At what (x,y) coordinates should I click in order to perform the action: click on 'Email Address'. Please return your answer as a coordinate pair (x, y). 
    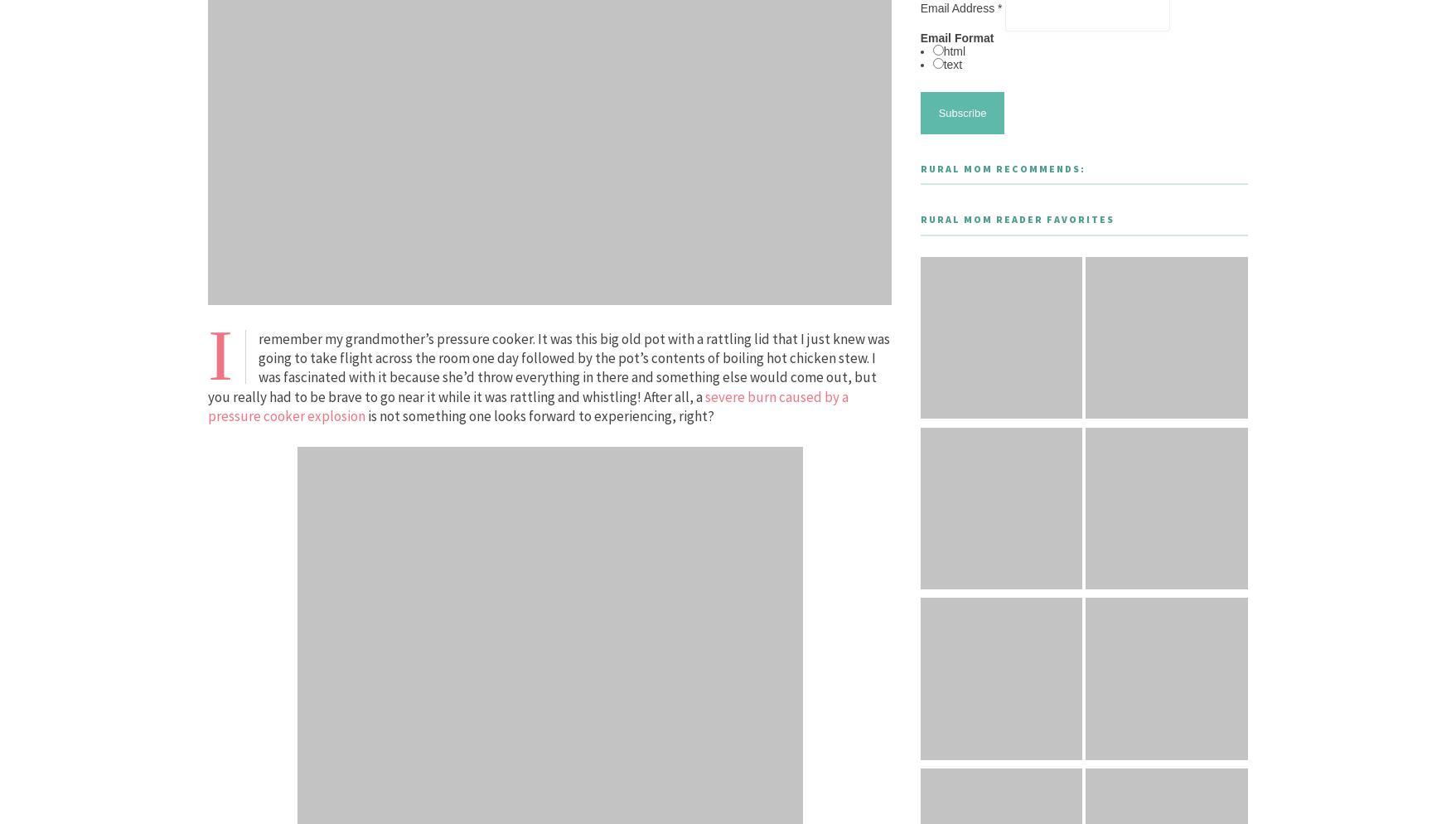
    Looking at the image, I should click on (957, 8).